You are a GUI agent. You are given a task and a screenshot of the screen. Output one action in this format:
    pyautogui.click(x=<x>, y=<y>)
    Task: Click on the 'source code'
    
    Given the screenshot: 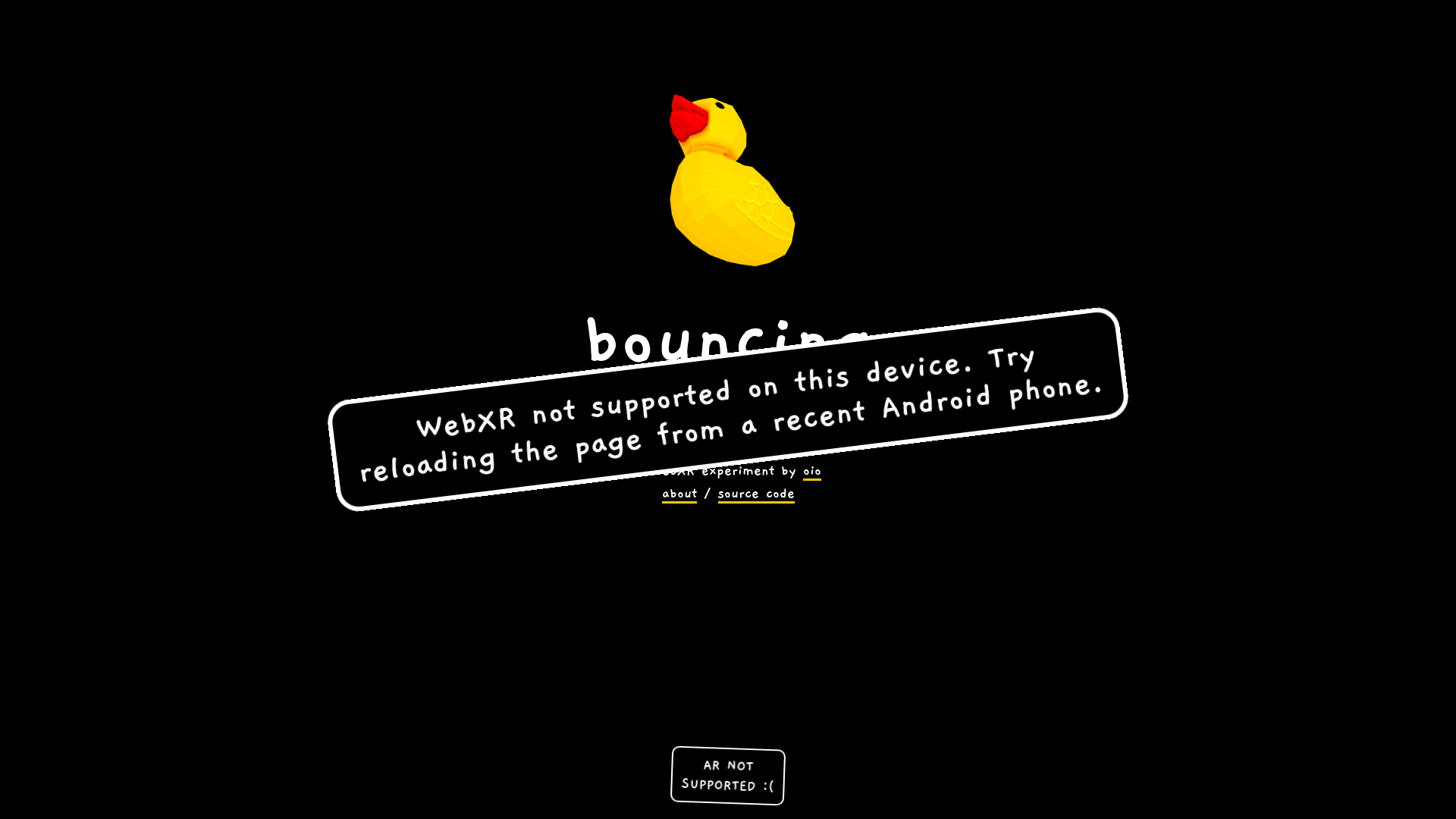 What is the action you would take?
    pyautogui.click(x=755, y=494)
    